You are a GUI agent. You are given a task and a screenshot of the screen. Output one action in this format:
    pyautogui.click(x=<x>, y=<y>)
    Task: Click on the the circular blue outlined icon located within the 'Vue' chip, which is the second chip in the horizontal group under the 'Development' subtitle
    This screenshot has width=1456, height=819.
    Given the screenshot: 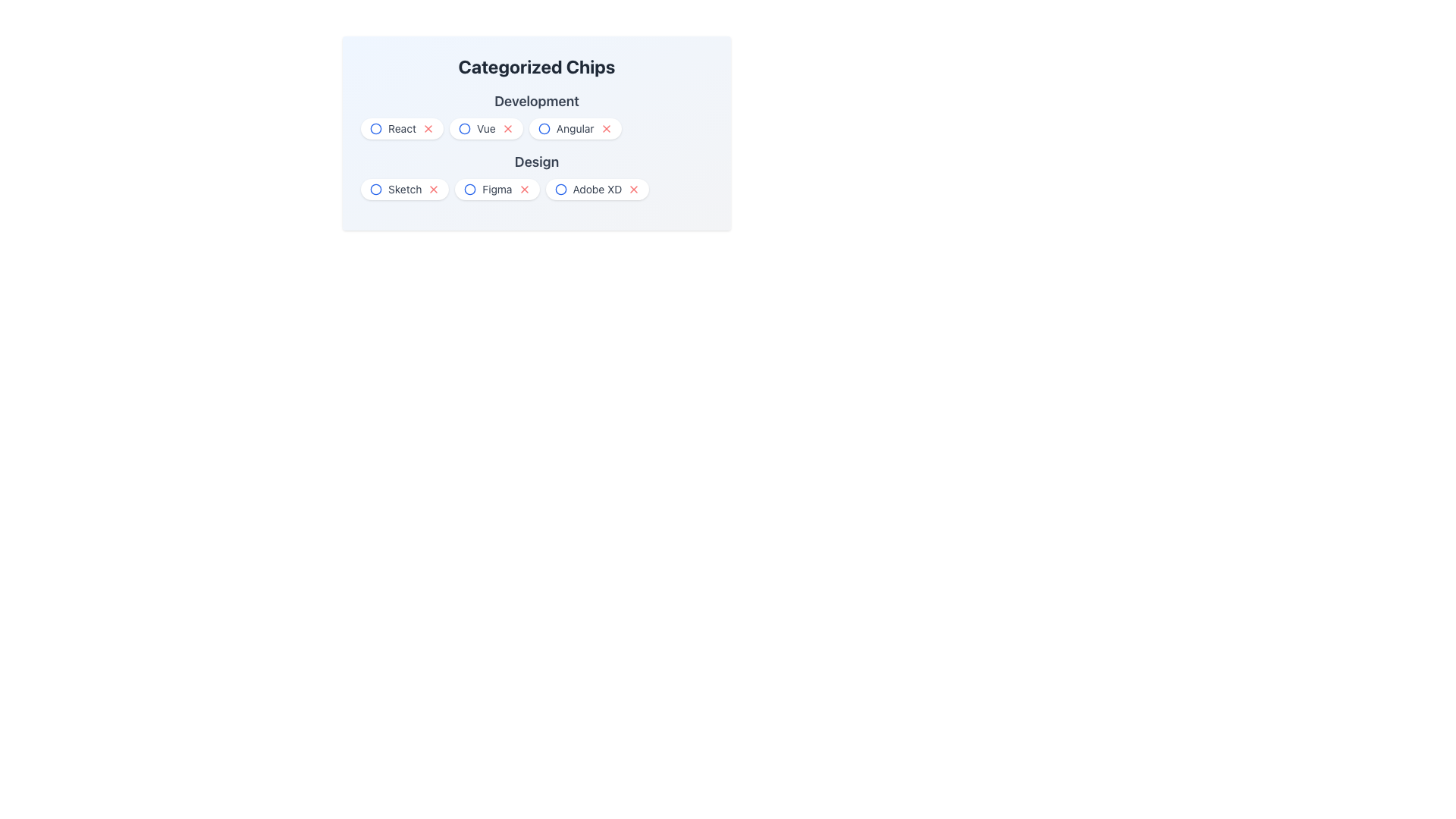 What is the action you would take?
    pyautogui.click(x=464, y=127)
    